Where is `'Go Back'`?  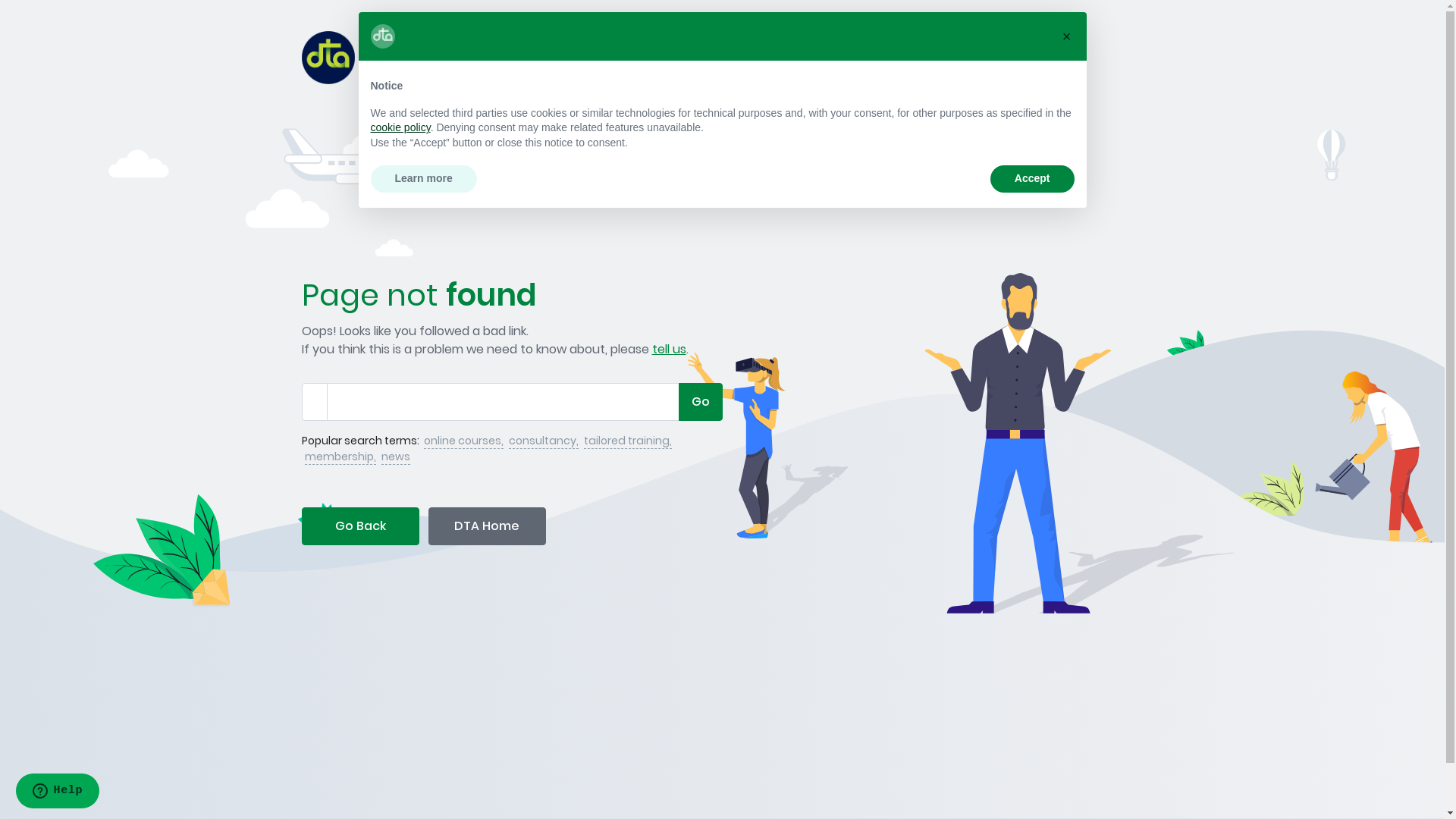
'Go Back' is located at coordinates (359, 526).